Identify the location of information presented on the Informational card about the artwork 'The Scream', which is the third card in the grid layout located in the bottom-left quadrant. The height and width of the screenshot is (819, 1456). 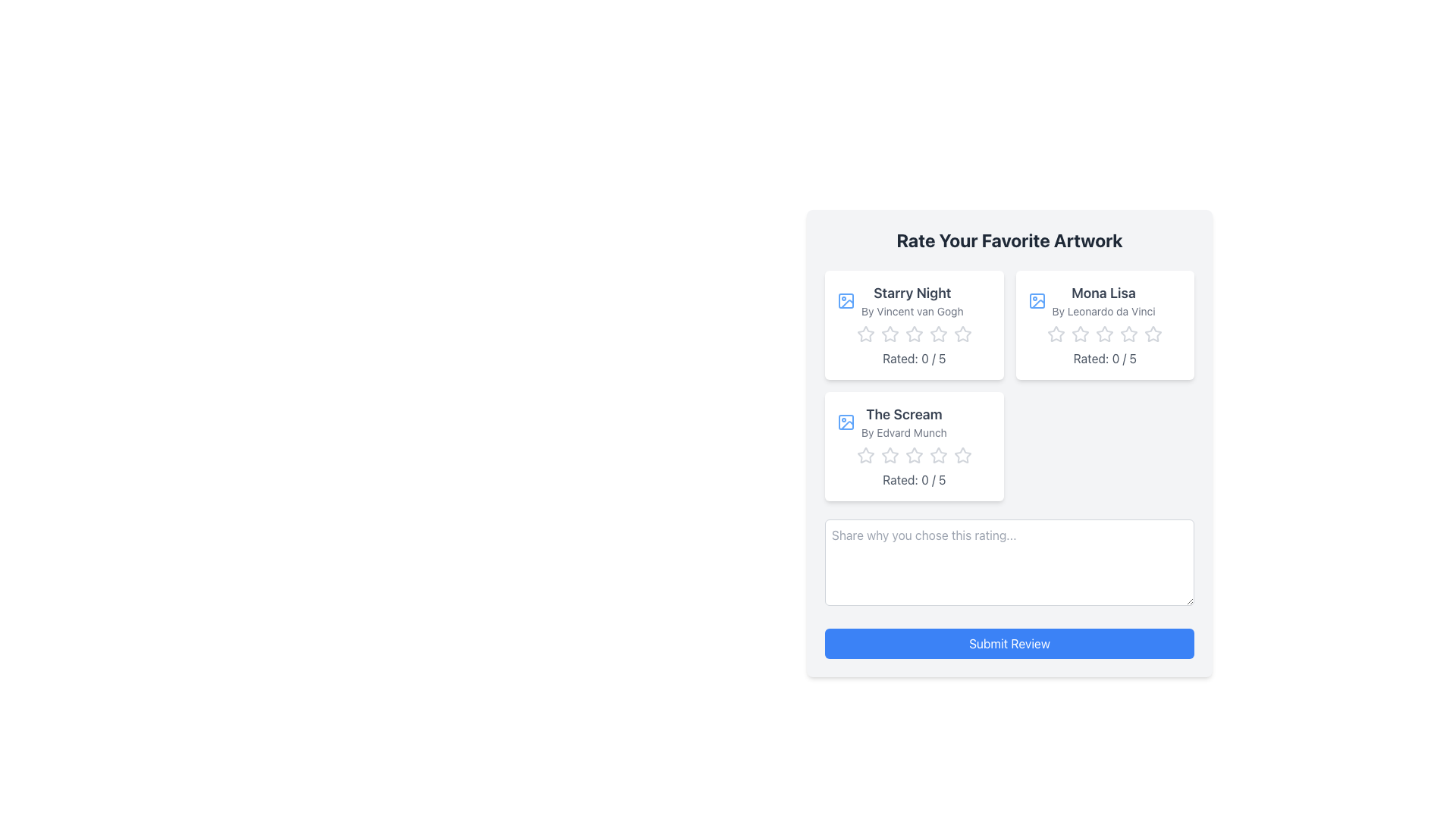
(913, 446).